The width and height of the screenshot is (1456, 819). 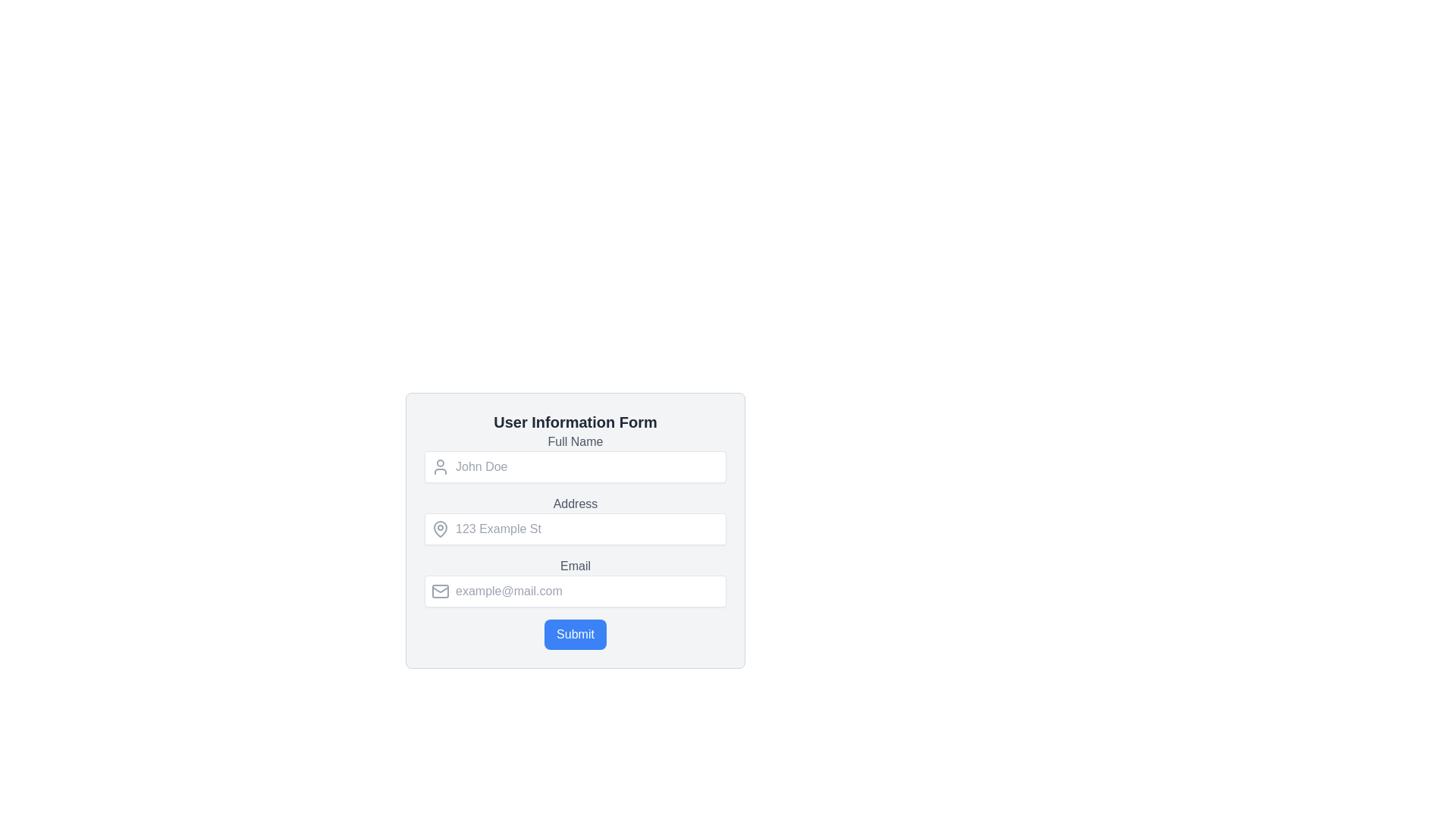 What do you see at coordinates (439, 528) in the screenshot?
I see `the location indicator icon adjacent to the 'Address' input field to enhance context` at bounding box center [439, 528].